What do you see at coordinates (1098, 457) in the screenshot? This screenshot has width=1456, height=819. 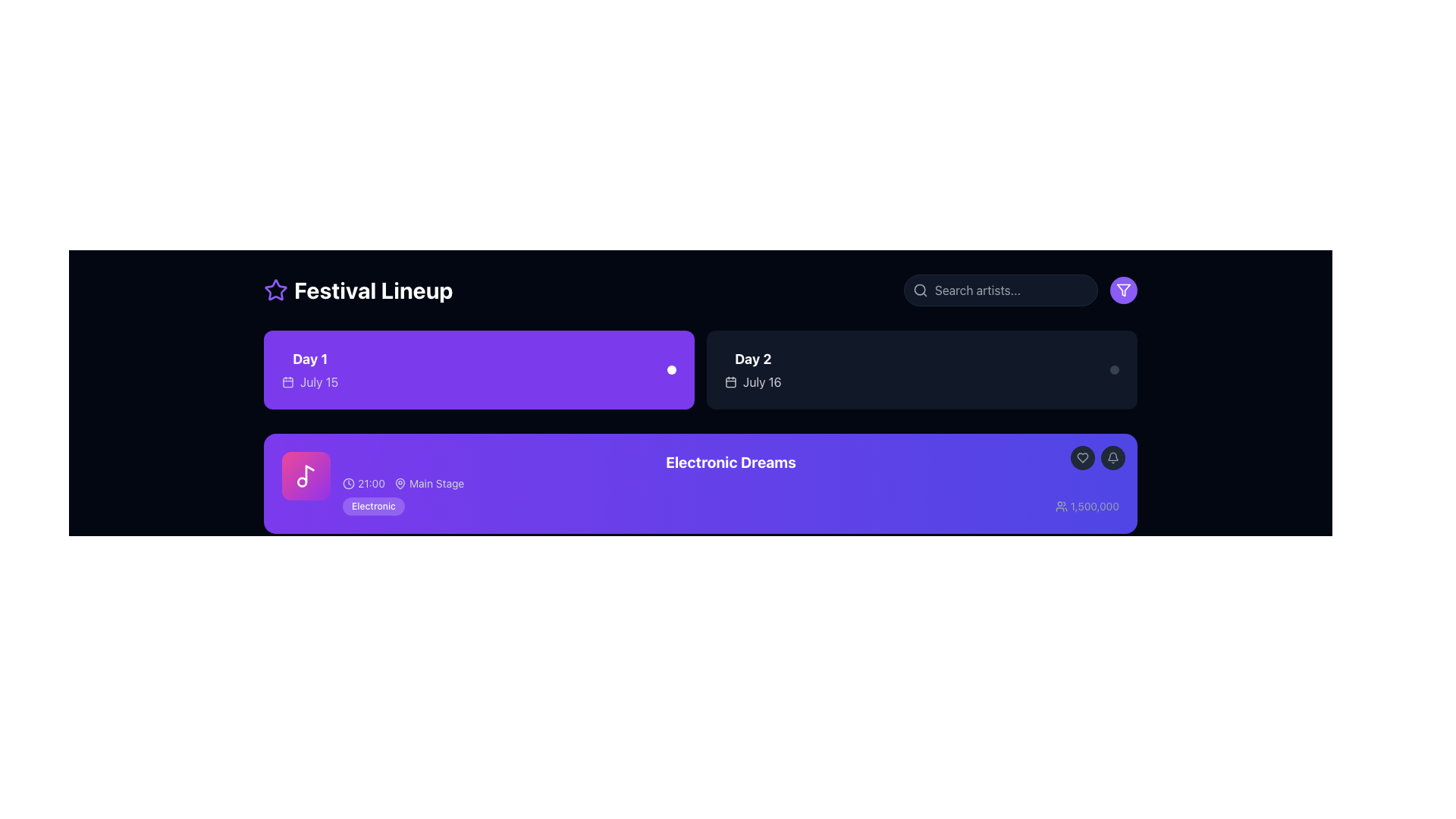 I see `the keyboard navigation on the circular button with a gradient background and a bell icon, located on the right side of the 'Electronic Dreams' card in the 'Festival Lineup' section` at bounding box center [1098, 457].